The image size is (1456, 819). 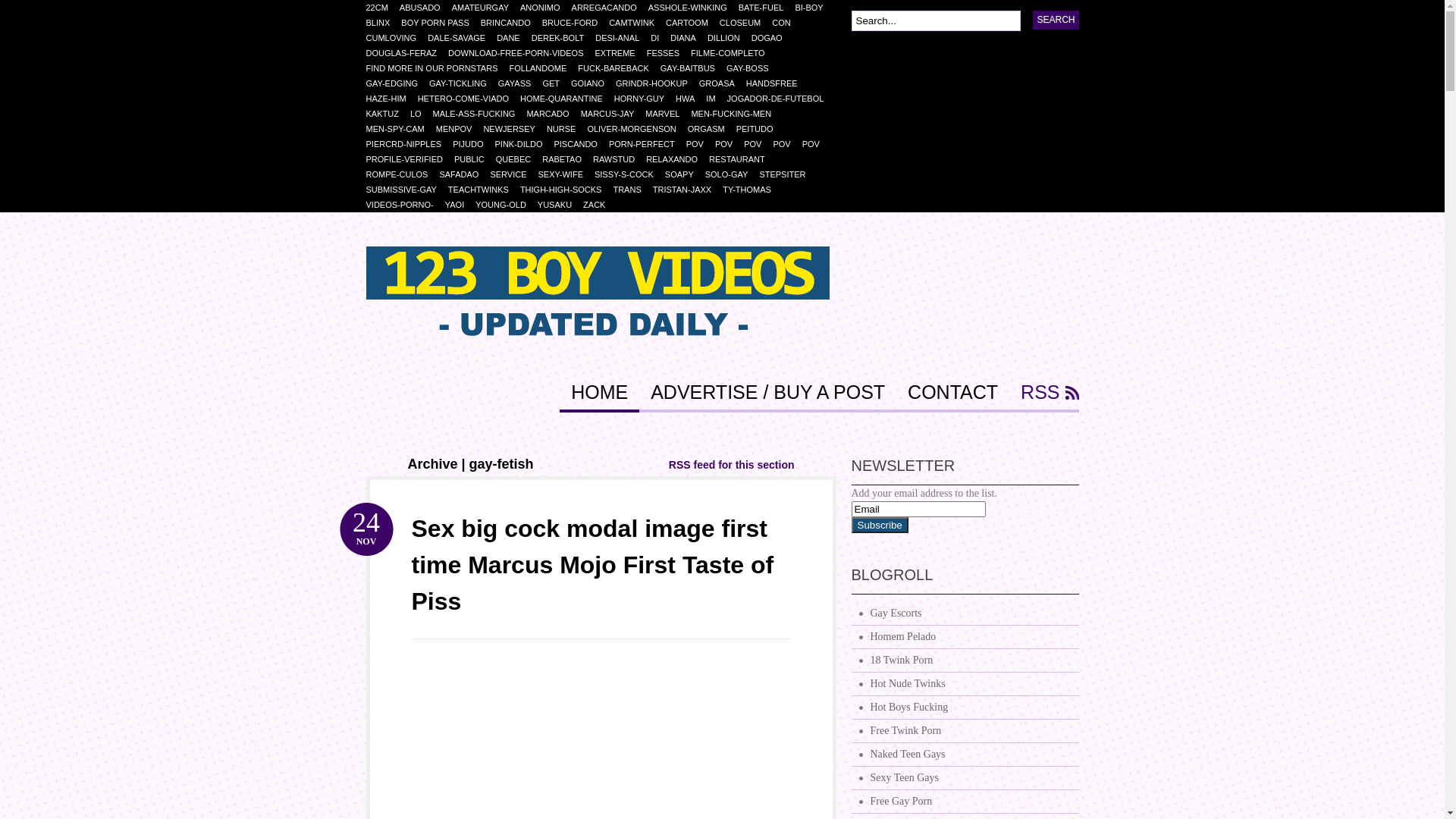 I want to click on 'RSS', so click(x=1043, y=397).